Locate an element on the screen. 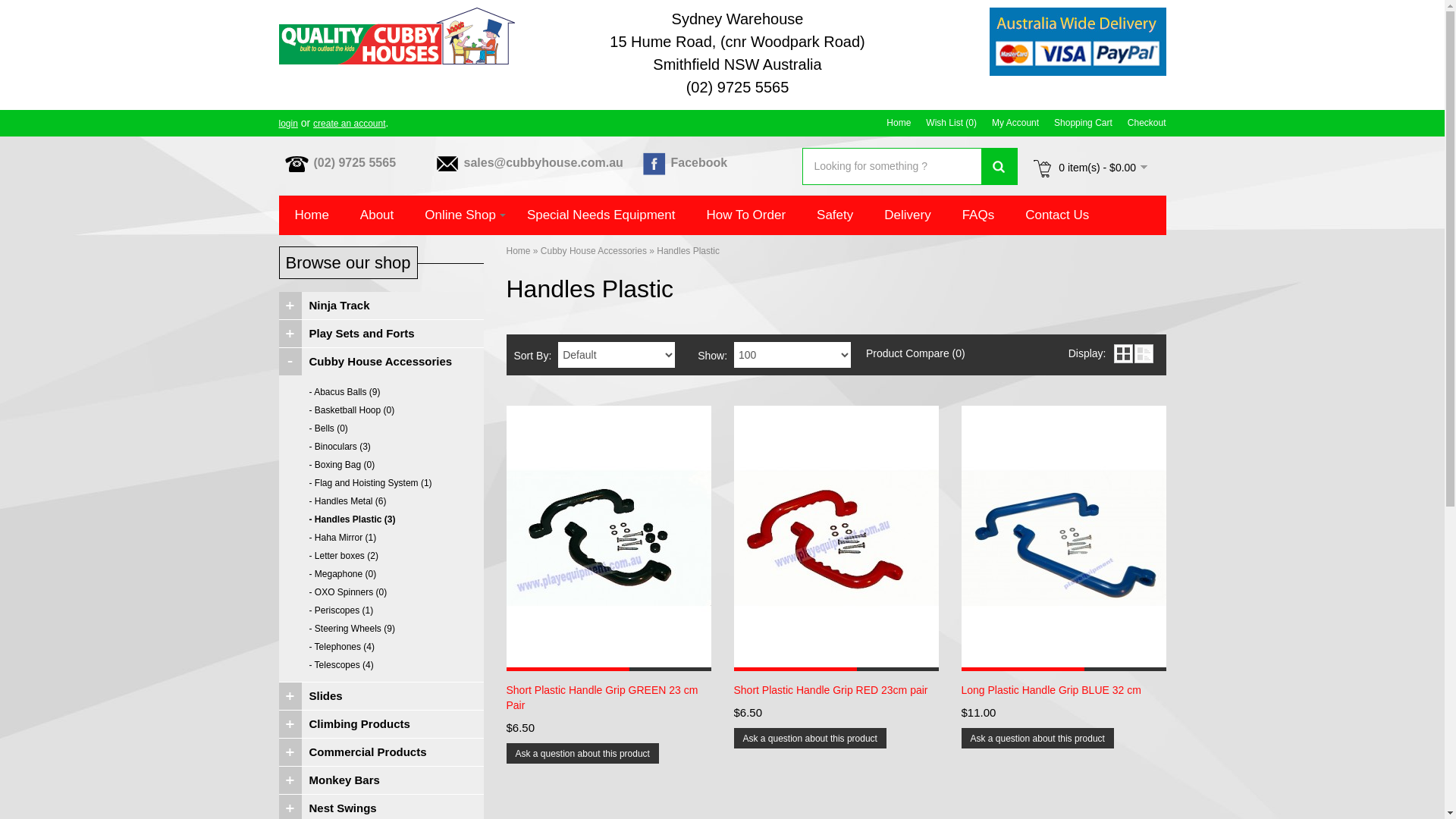 Image resolution: width=1456 pixels, height=819 pixels. '- Telephones (4)' is located at coordinates (279, 646).